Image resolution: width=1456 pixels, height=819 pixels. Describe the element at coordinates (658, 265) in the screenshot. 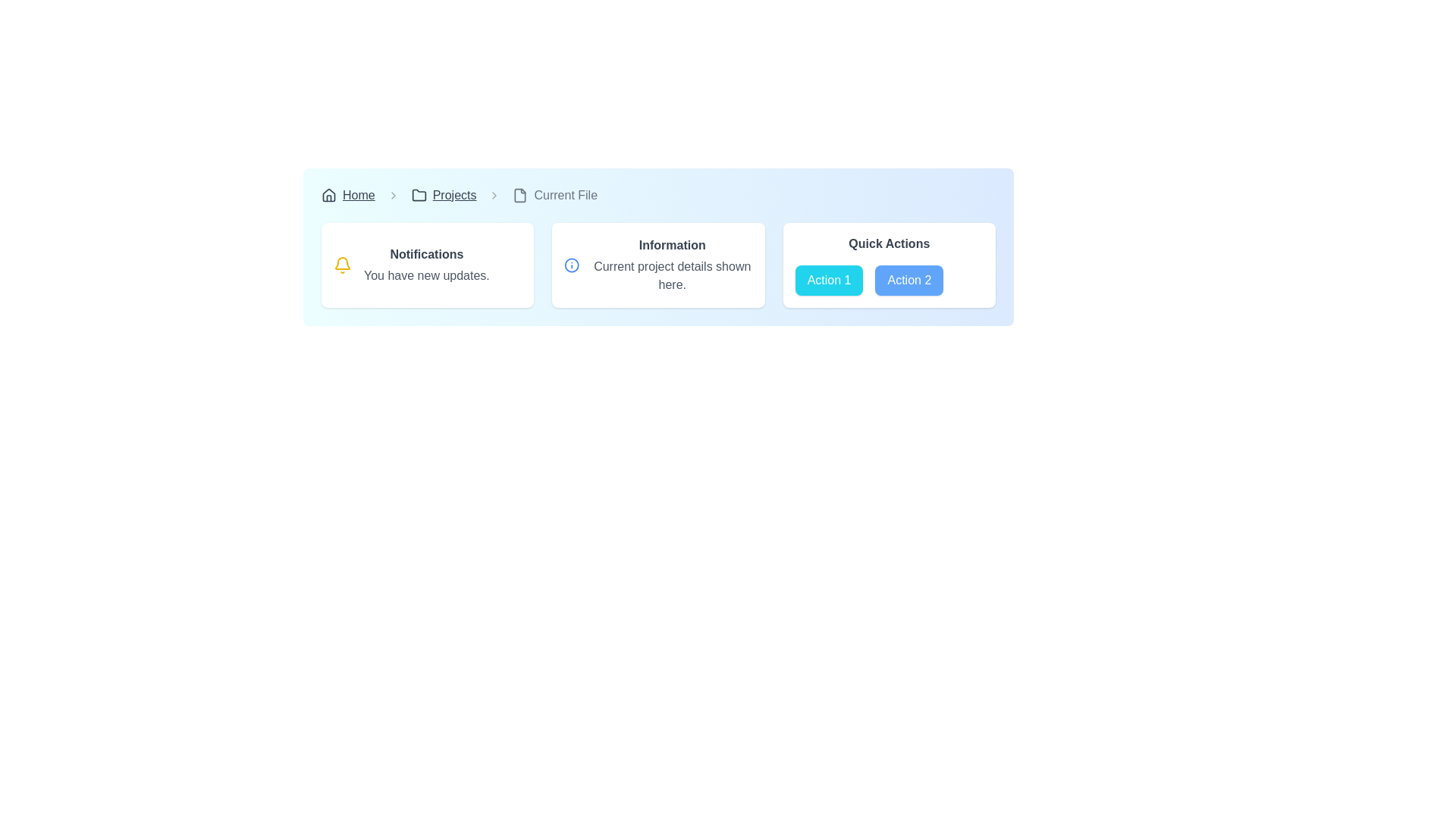

I see `informational message displayed in the second Card component, which is located between the 'Notifications' card and the 'Quick Actions' card in the grid layout` at that location.